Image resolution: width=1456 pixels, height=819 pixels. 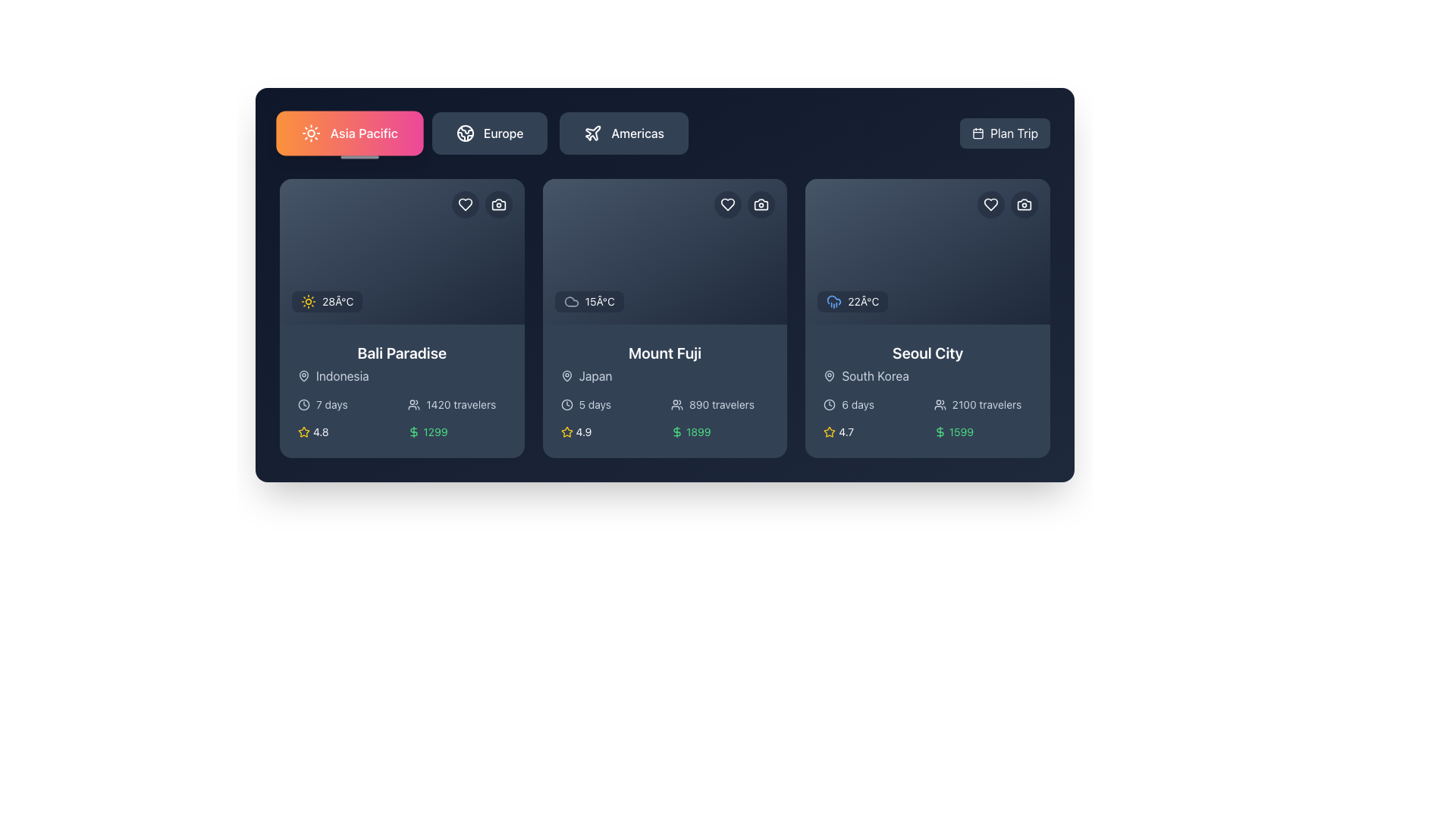 What do you see at coordinates (364, 133) in the screenshot?
I see `text label displaying 'Asia Pacific', which is styled in white font and located at the top-left section of the interface within a gradient background` at bounding box center [364, 133].